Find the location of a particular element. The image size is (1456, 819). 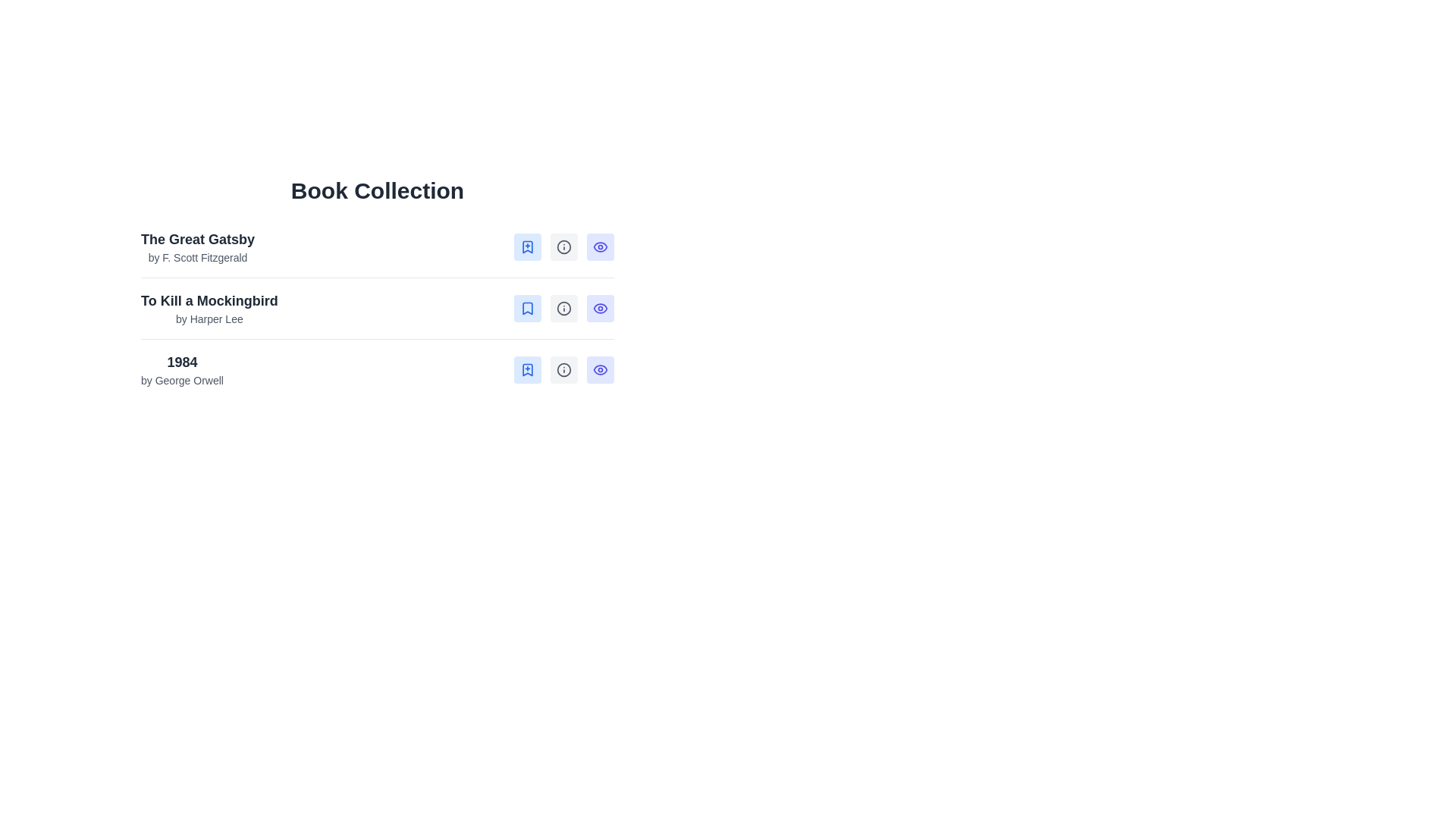

the bookmark button located to the right of 'The Great Gatsby' by F. Scott Fitzgerald to bookmark the associated item is located at coordinates (528, 246).